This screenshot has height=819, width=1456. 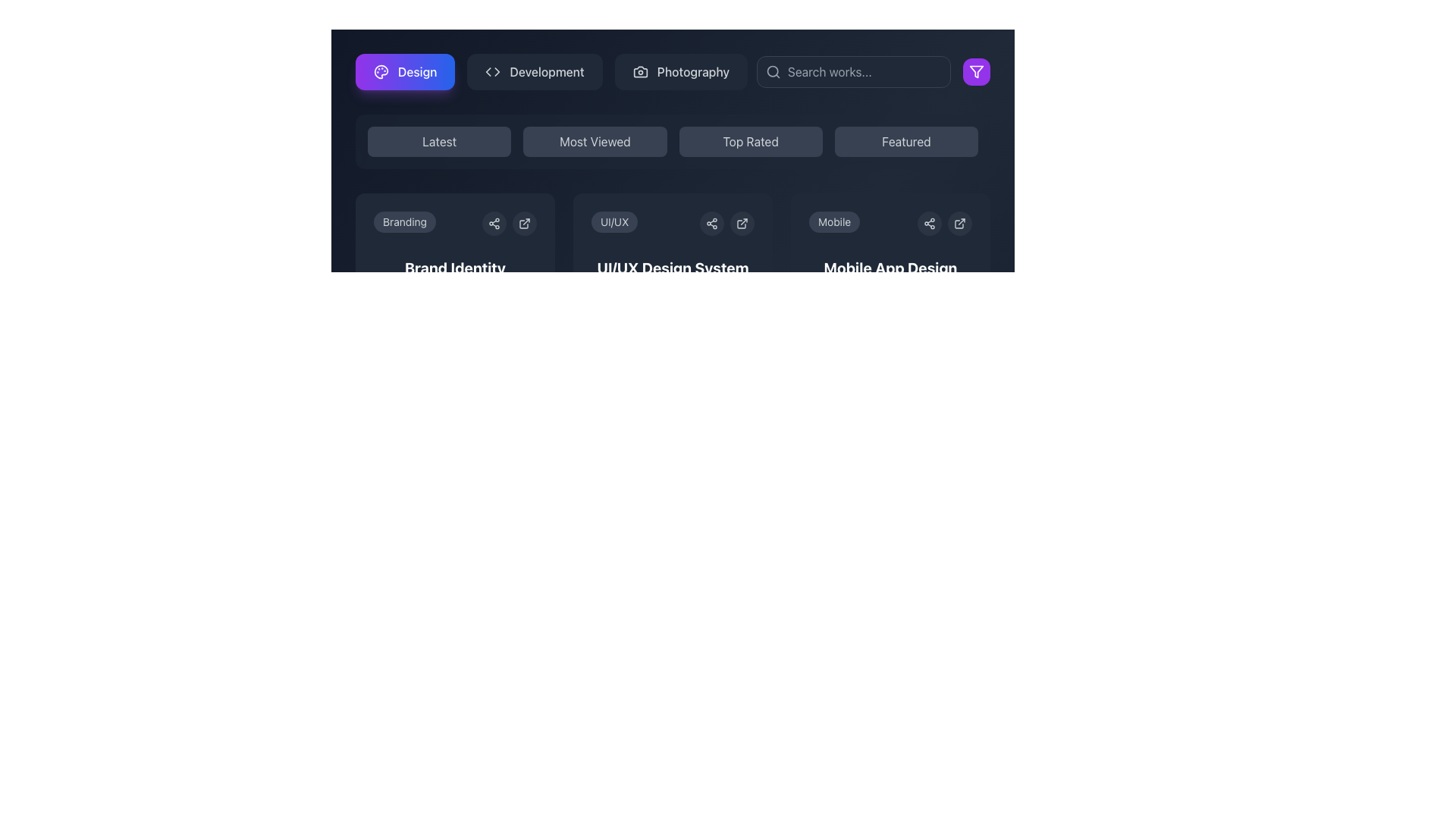 What do you see at coordinates (976, 72) in the screenshot?
I see `the filter icon button located on the top-right of the interface, next to the search box` at bounding box center [976, 72].